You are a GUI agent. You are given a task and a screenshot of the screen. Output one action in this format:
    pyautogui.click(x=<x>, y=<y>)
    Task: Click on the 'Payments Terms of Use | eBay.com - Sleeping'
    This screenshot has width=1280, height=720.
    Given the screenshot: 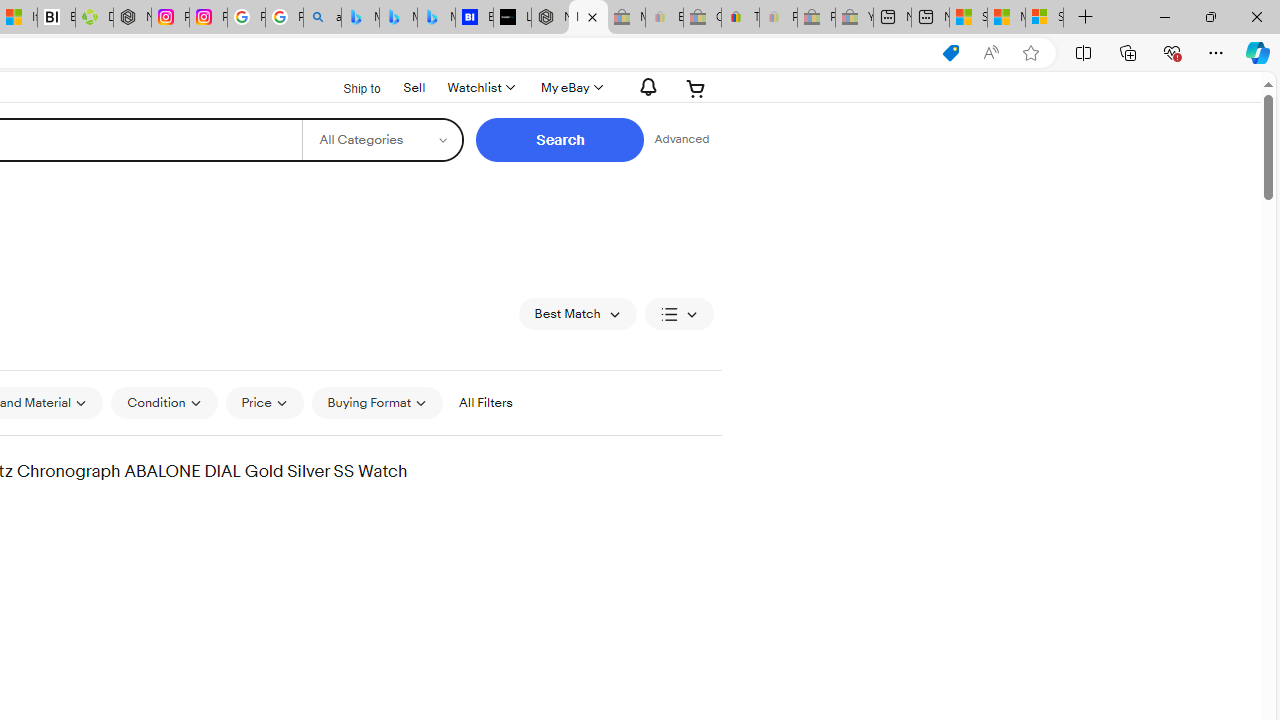 What is the action you would take?
    pyautogui.click(x=777, y=17)
    